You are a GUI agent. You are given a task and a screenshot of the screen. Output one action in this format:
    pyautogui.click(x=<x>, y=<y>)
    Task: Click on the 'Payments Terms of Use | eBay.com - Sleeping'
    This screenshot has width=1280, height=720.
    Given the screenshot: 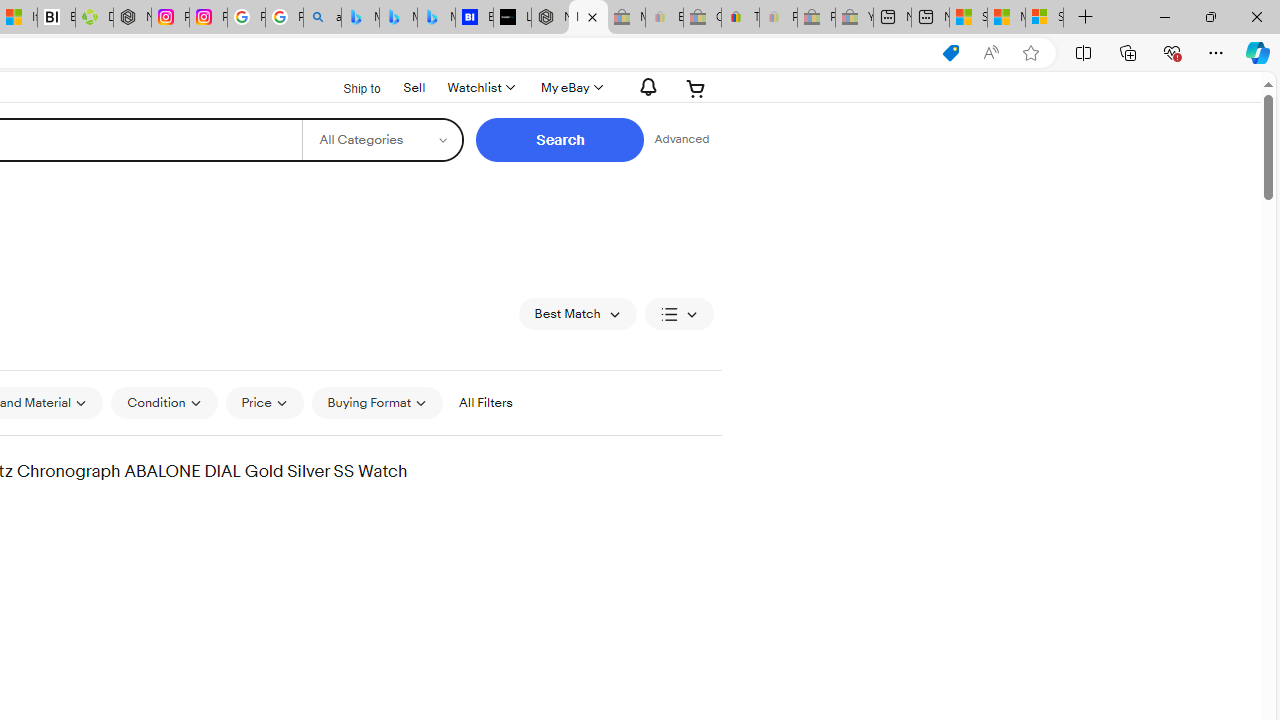 What is the action you would take?
    pyautogui.click(x=777, y=17)
    